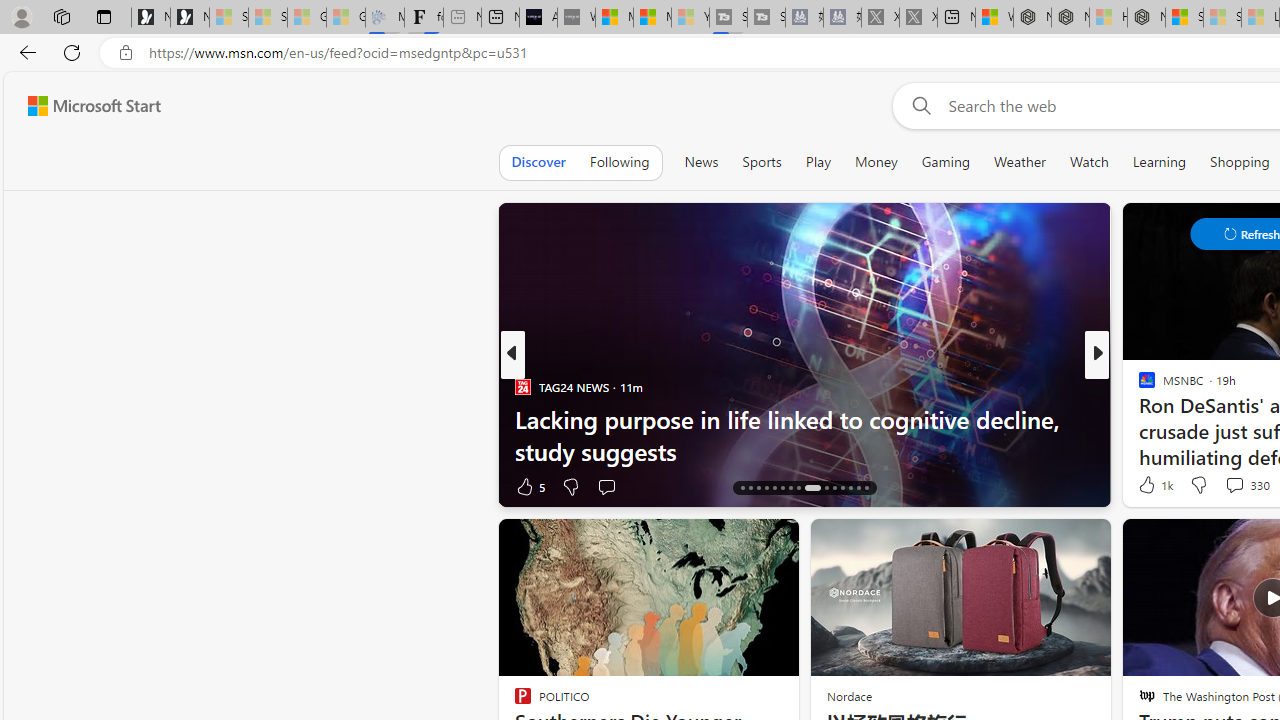 The image size is (1280, 720). I want to click on 'AI Voice Changer for PC and Mac - Voice.ai', so click(538, 17).